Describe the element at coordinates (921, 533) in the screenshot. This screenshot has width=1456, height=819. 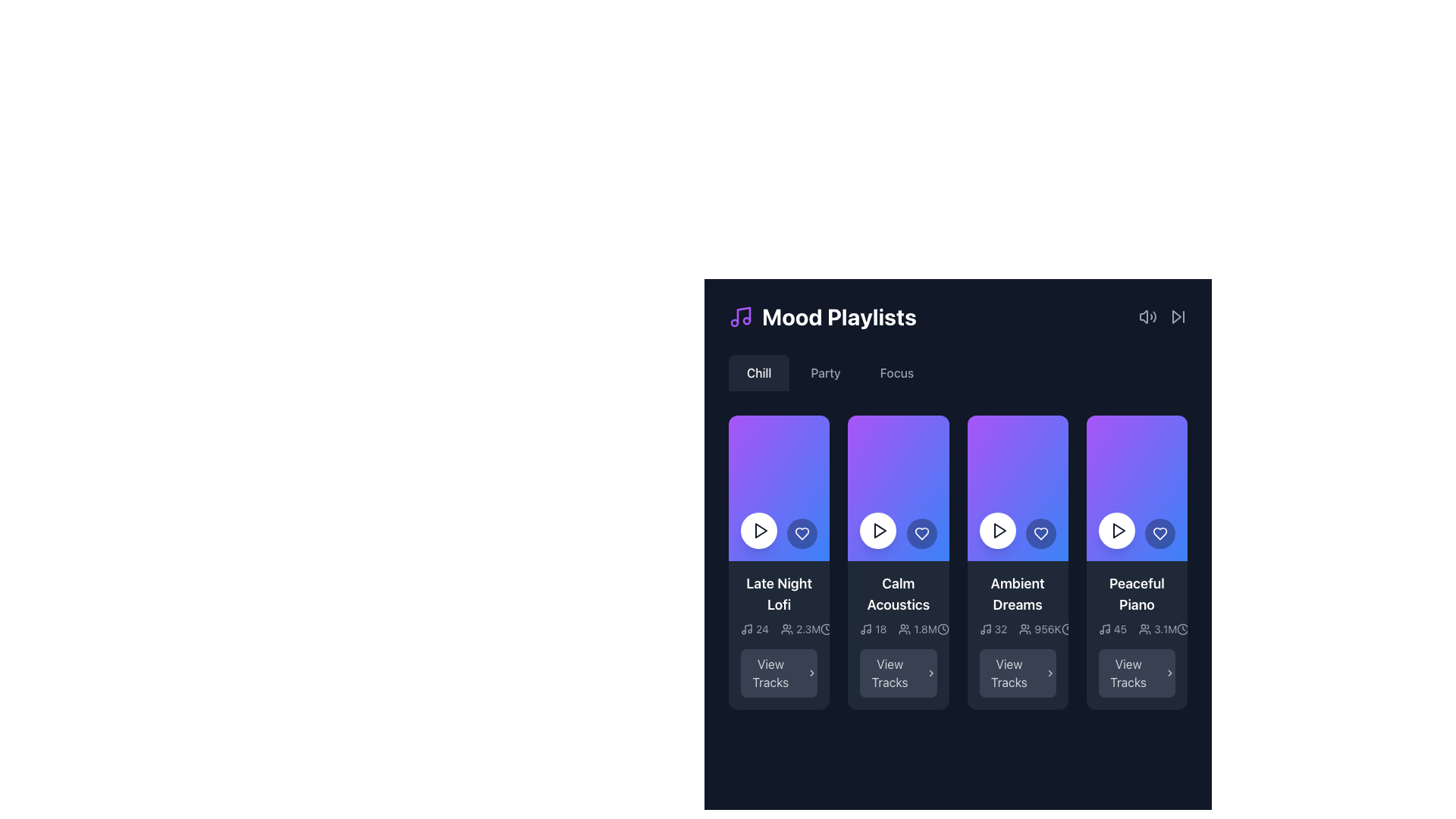
I see `the heart icon located in the third card of the mood playlist section to mark the playlist as favorite` at that location.